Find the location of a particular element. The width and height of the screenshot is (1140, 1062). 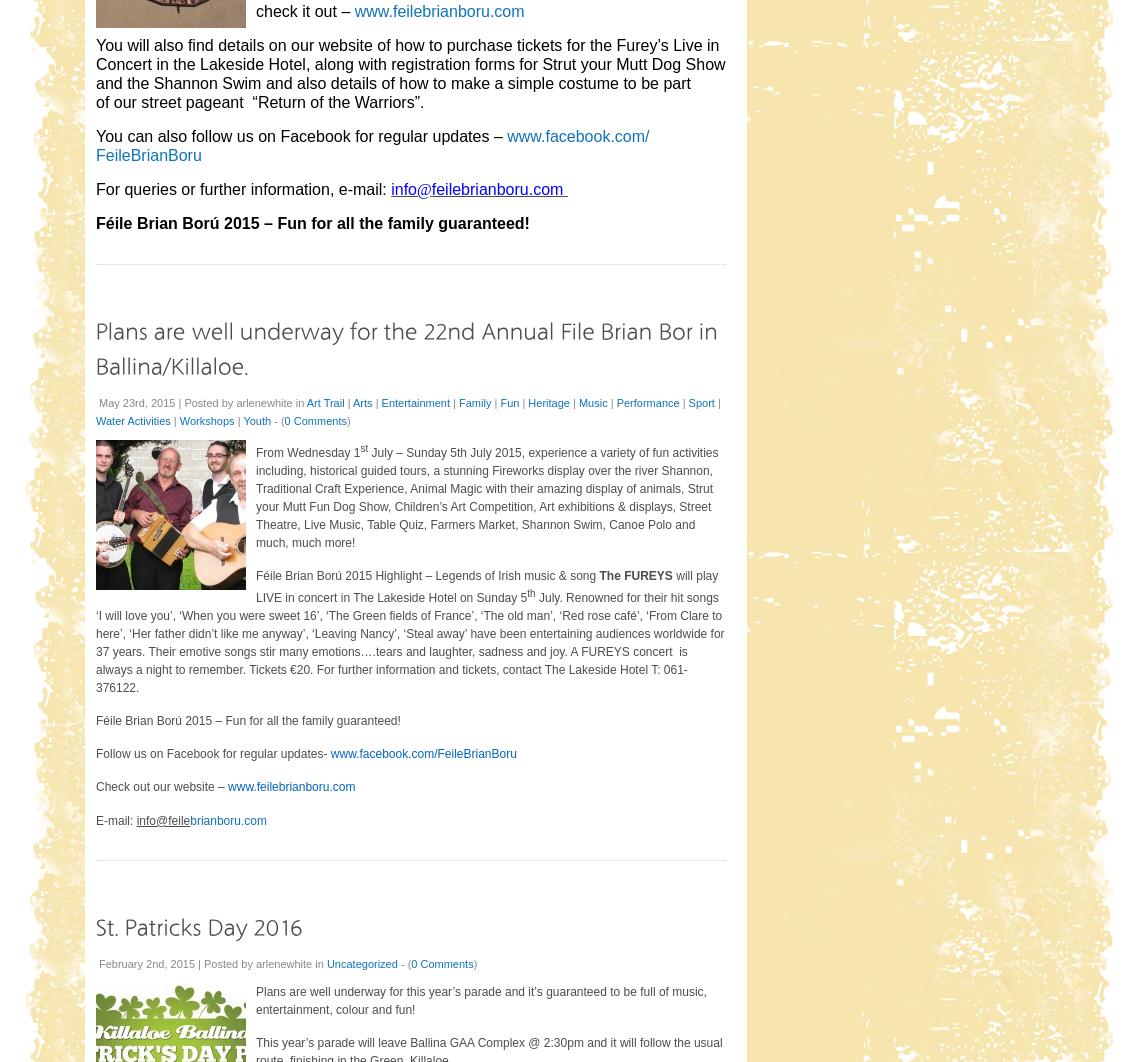

'Performance' is located at coordinates (646, 400).